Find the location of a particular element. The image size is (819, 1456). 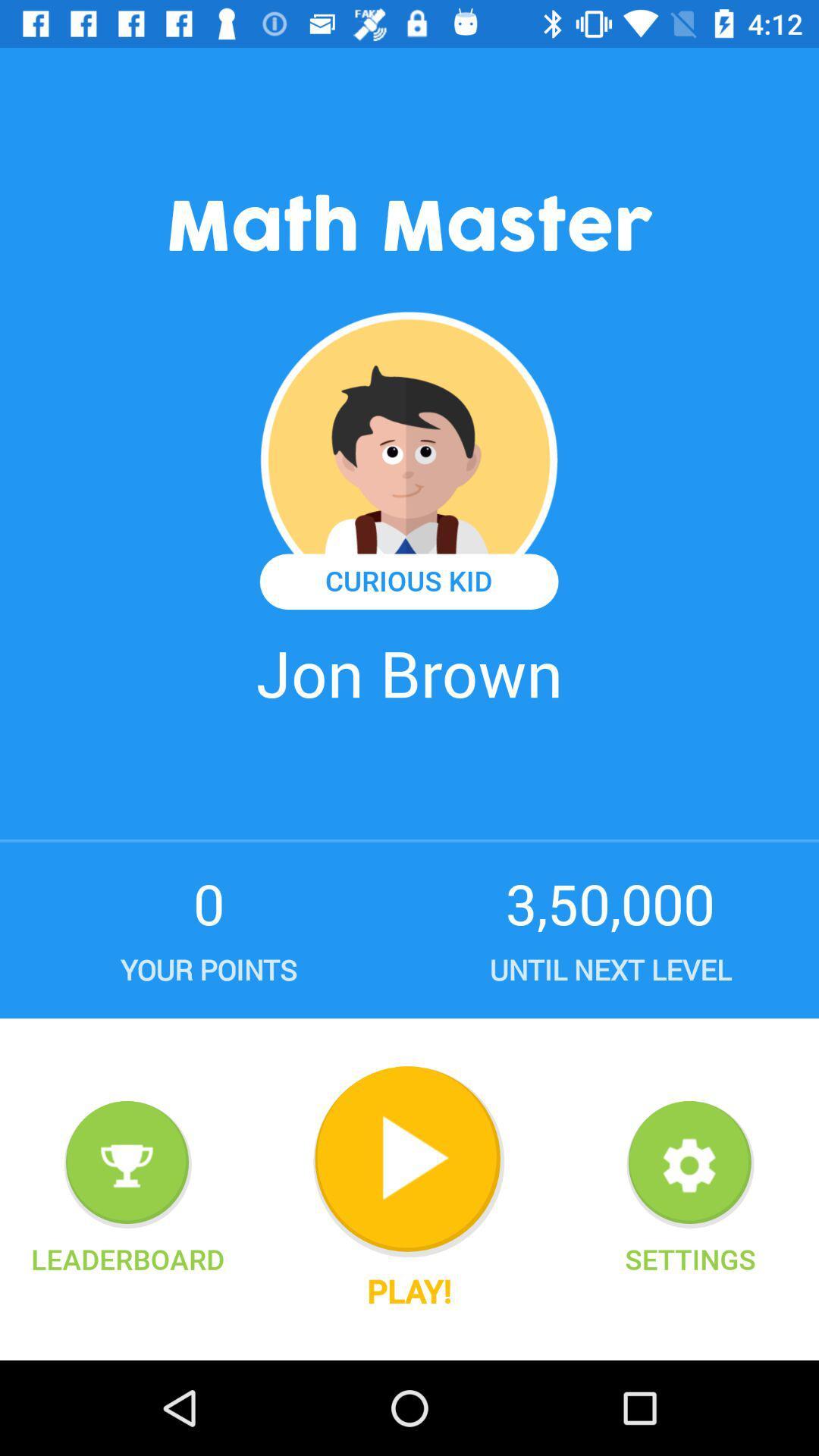

play is located at coordinates (408, 1161).